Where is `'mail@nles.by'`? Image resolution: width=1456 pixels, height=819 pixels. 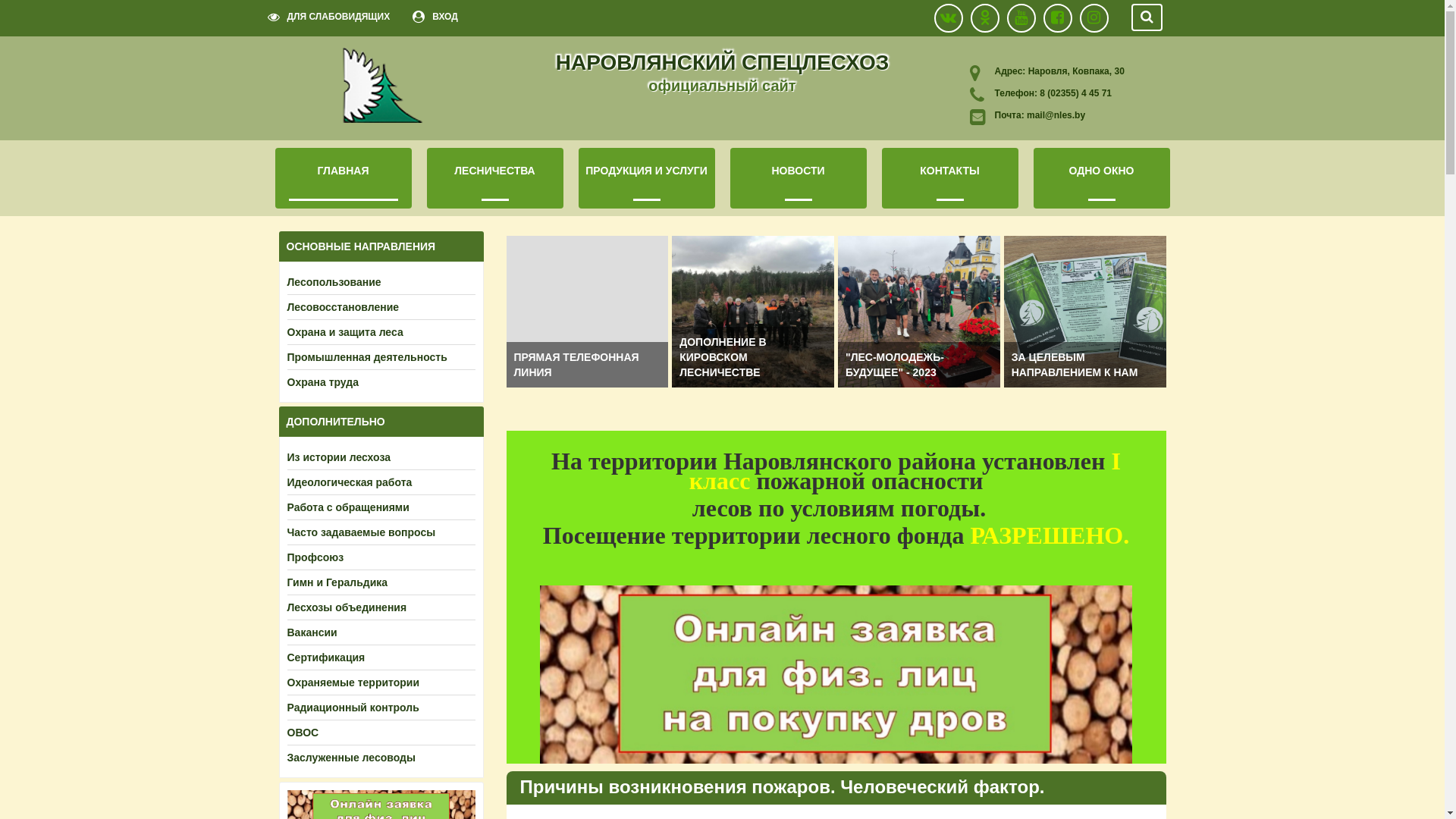
'mail@nles.by' is located at coordinates (1055, 114).